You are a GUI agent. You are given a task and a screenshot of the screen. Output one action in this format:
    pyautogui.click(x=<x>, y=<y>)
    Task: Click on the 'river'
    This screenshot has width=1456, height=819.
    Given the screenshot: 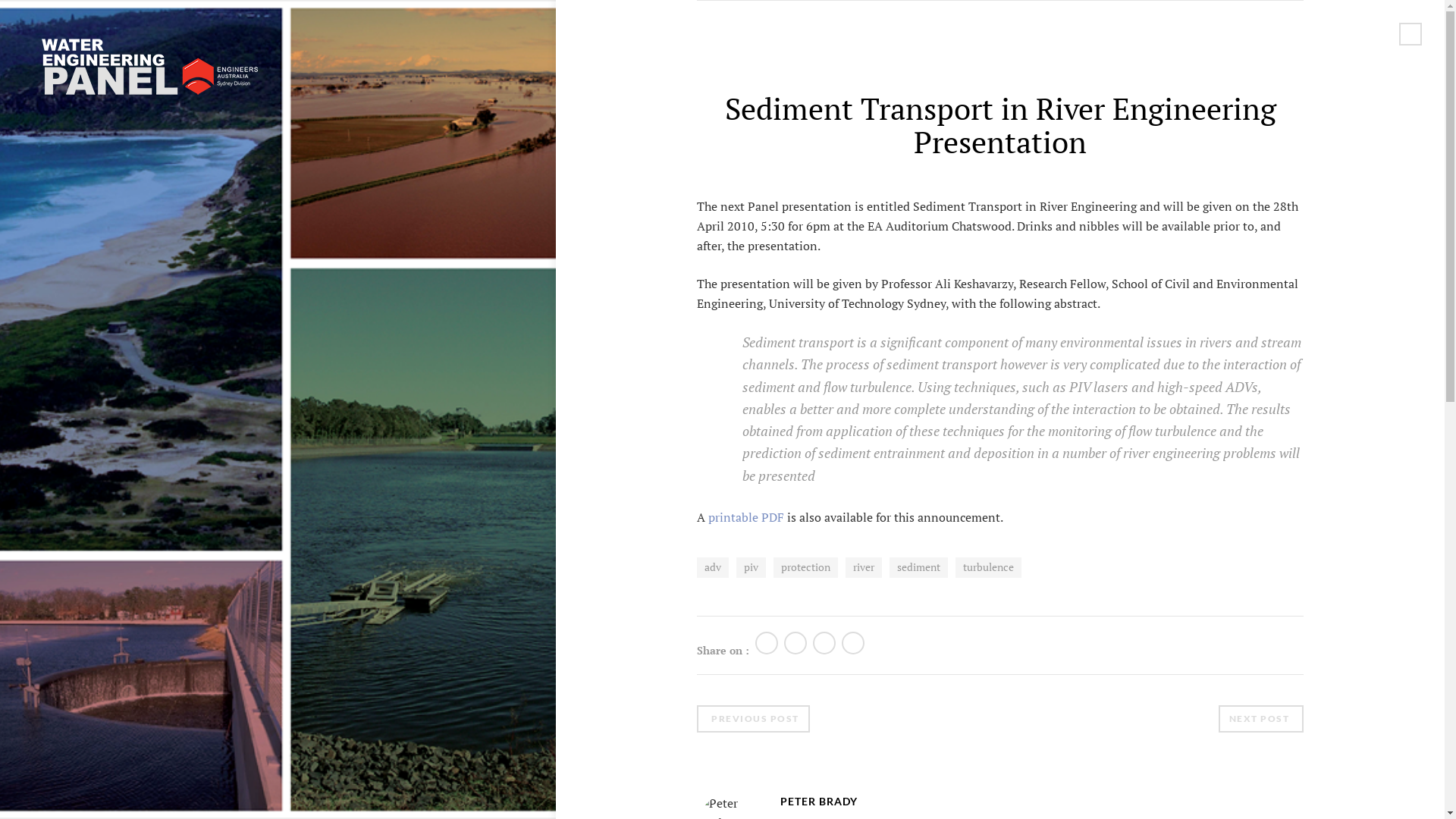 What is the action you would take?
    pyautogui.click(x=844, y=567)
    